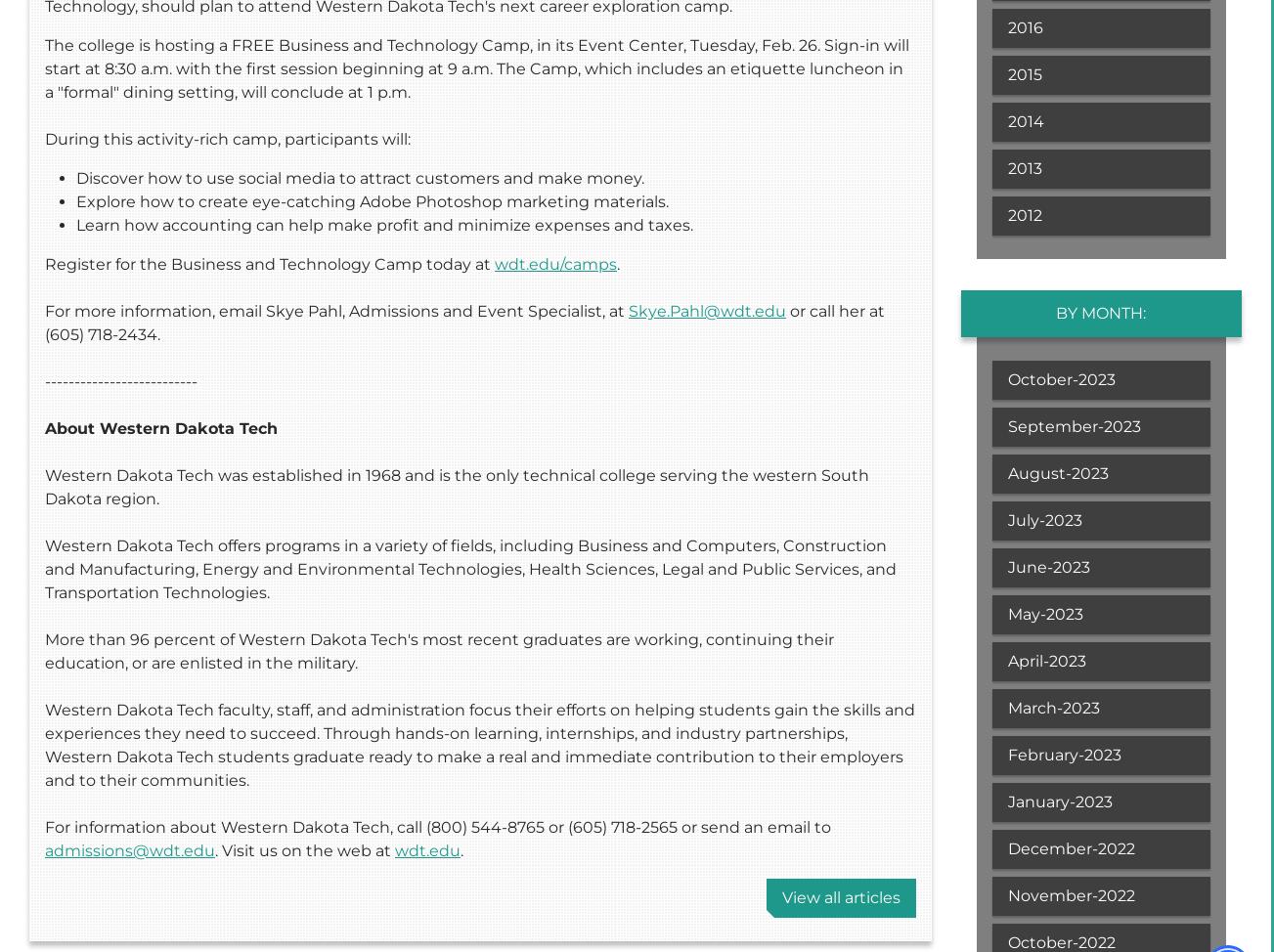 The image size is (1274, 952). What do you see at coordinates (1063, 754) in the screenshot?
I see `'February-2023'` at bounding box center [1063, 754].